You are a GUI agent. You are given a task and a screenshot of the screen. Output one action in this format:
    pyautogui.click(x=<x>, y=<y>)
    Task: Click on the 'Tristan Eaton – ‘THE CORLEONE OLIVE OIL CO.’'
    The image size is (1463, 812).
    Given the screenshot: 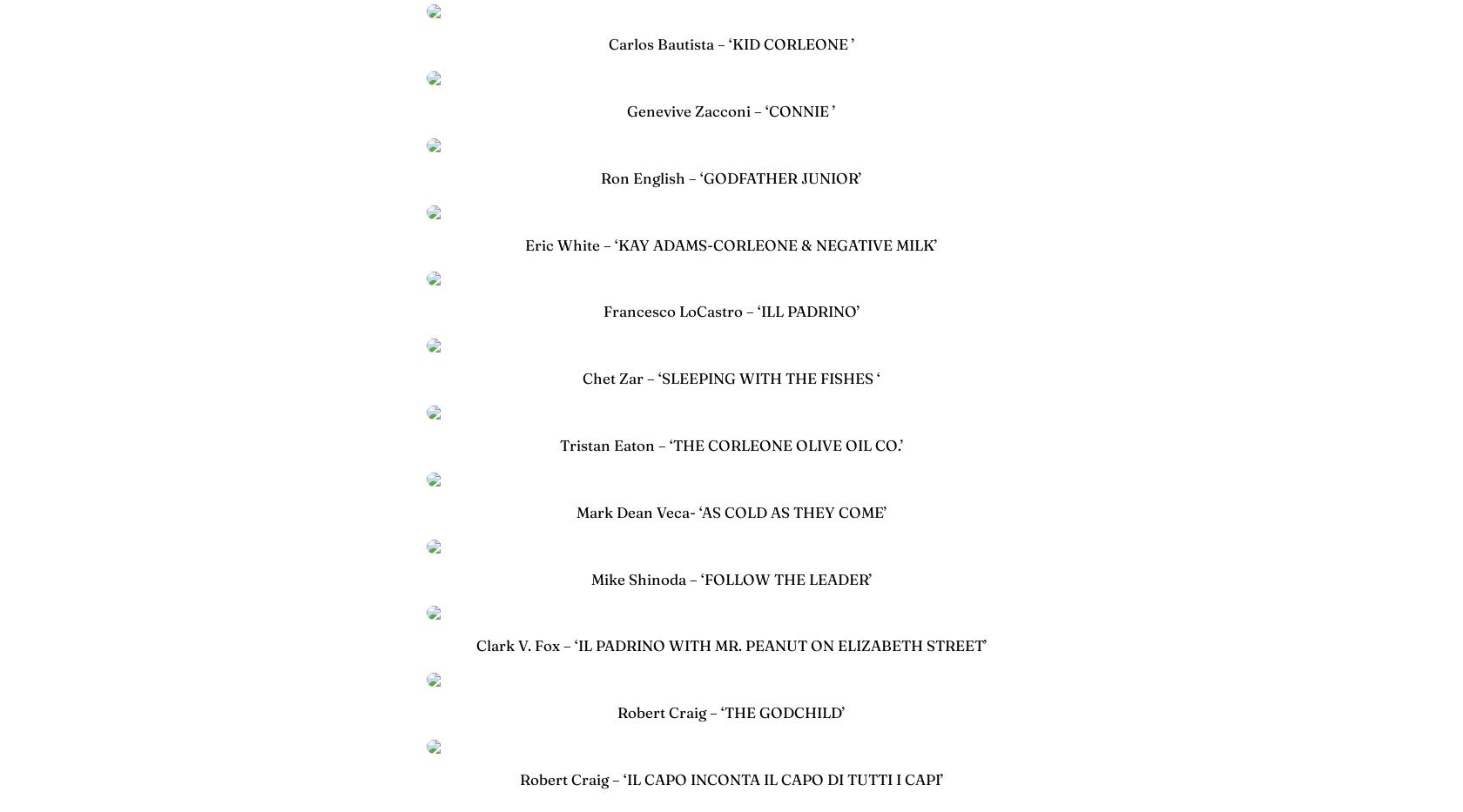 What is the action you would take?
    pyautogui.click(x=731, y=445)
    